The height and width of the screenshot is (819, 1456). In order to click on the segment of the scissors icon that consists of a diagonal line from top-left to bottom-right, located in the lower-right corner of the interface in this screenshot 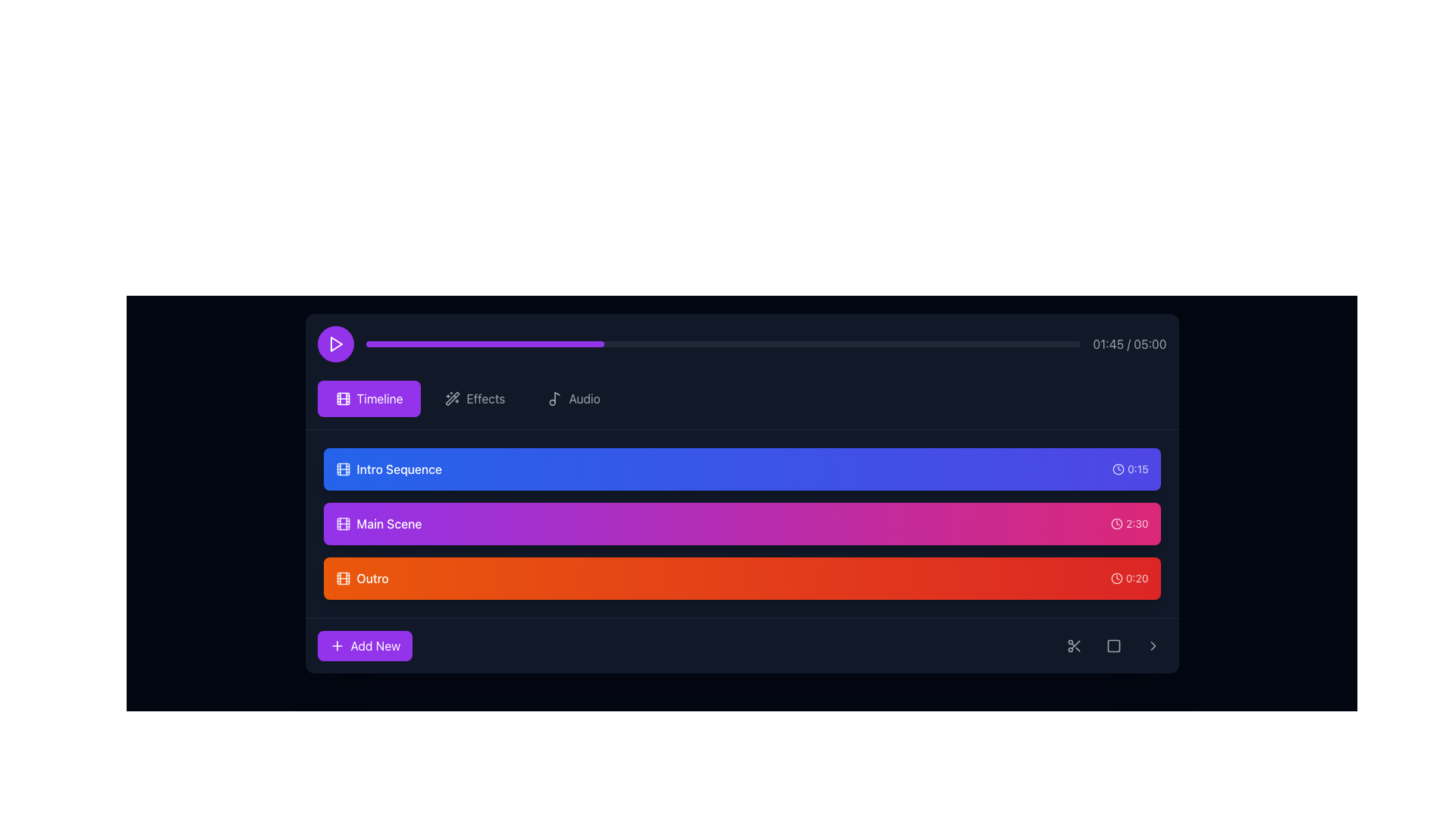, I will do `click(1075, 645)`.